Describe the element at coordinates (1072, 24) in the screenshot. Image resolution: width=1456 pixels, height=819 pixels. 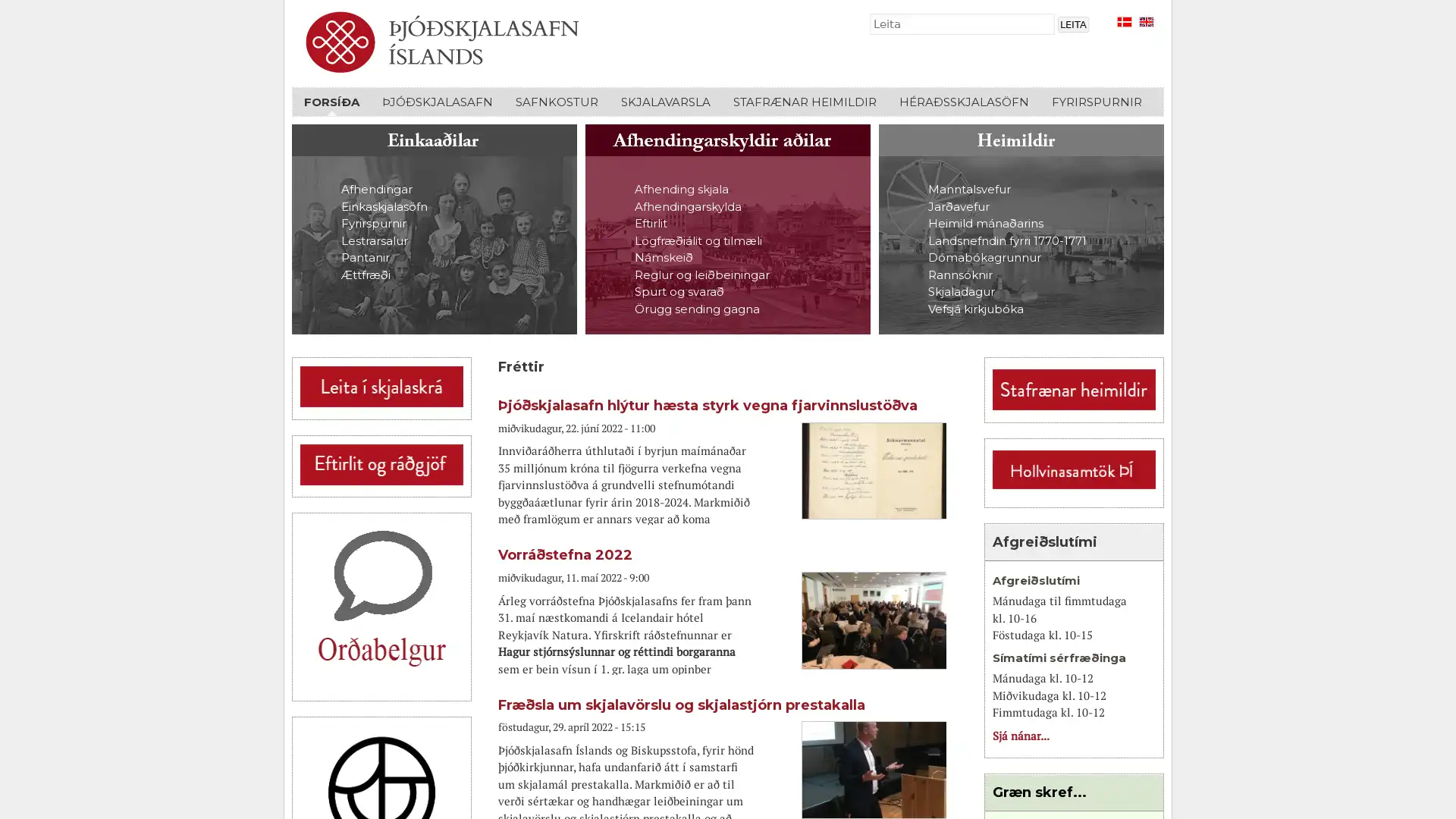
I see `Leita` at that location.